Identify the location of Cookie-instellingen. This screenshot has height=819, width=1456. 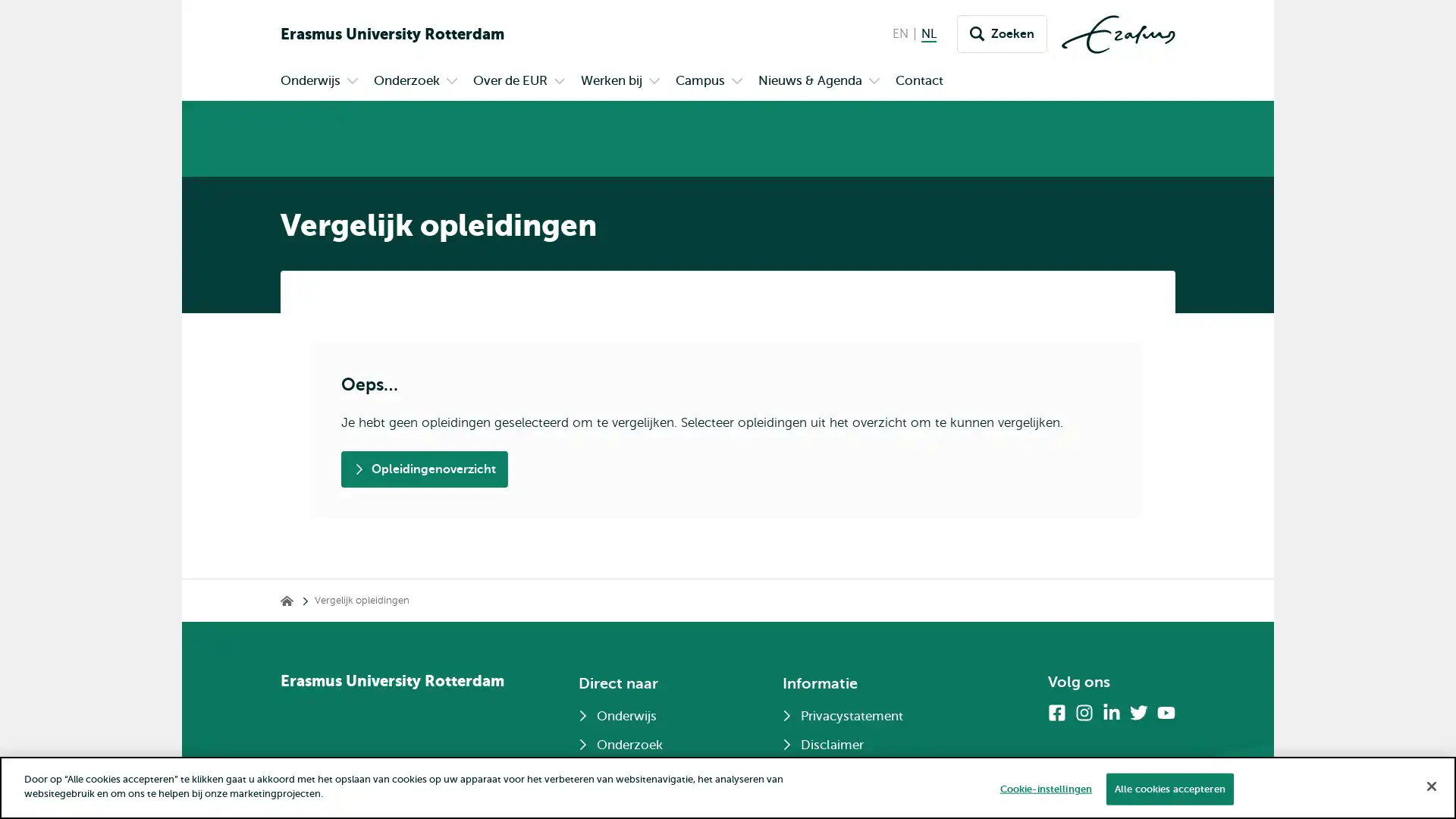
(1044, 788).